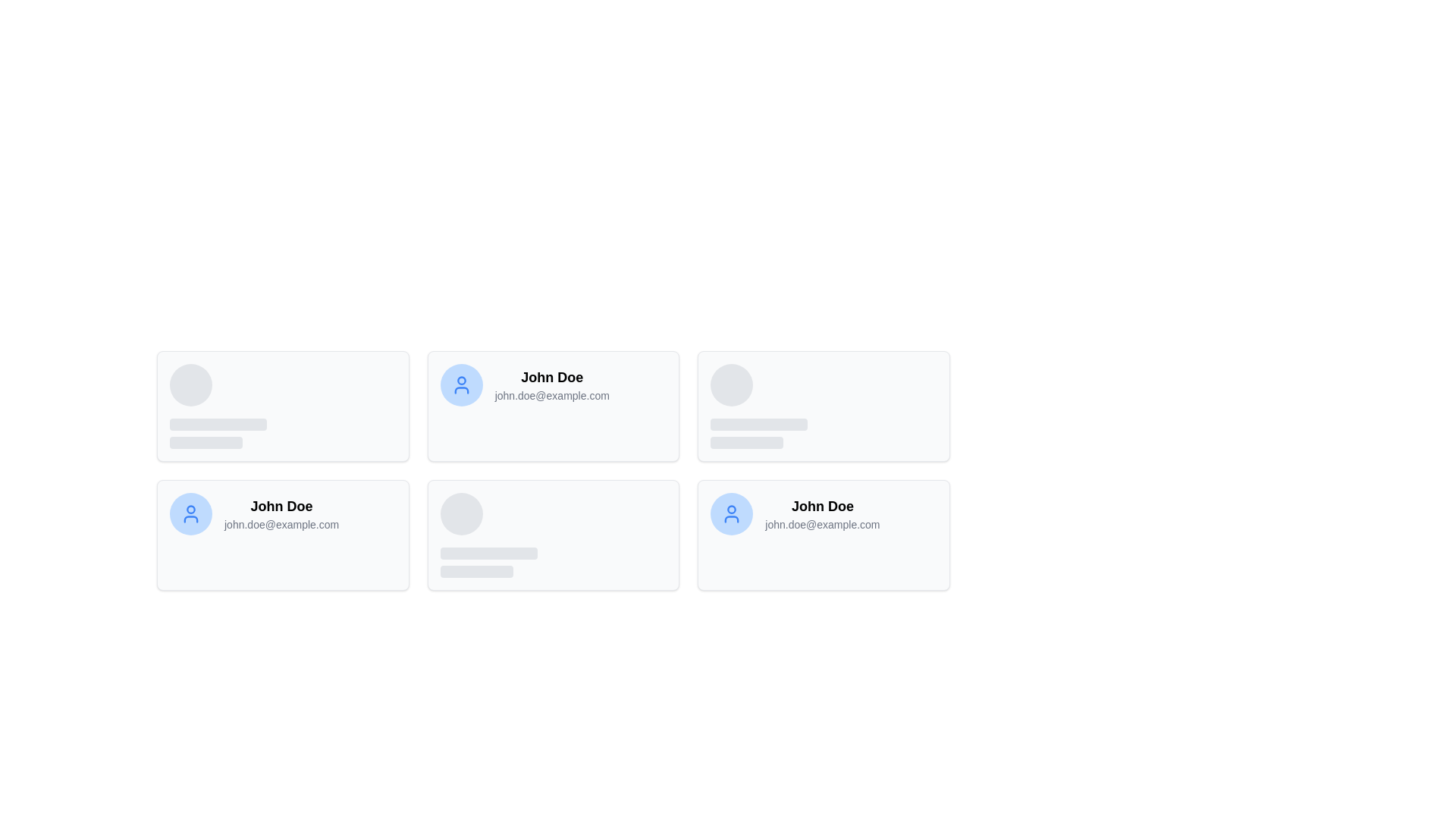 The image size is (1456, 819). I want to click on the label displaying the name 'John Doe', so click(281, 506).